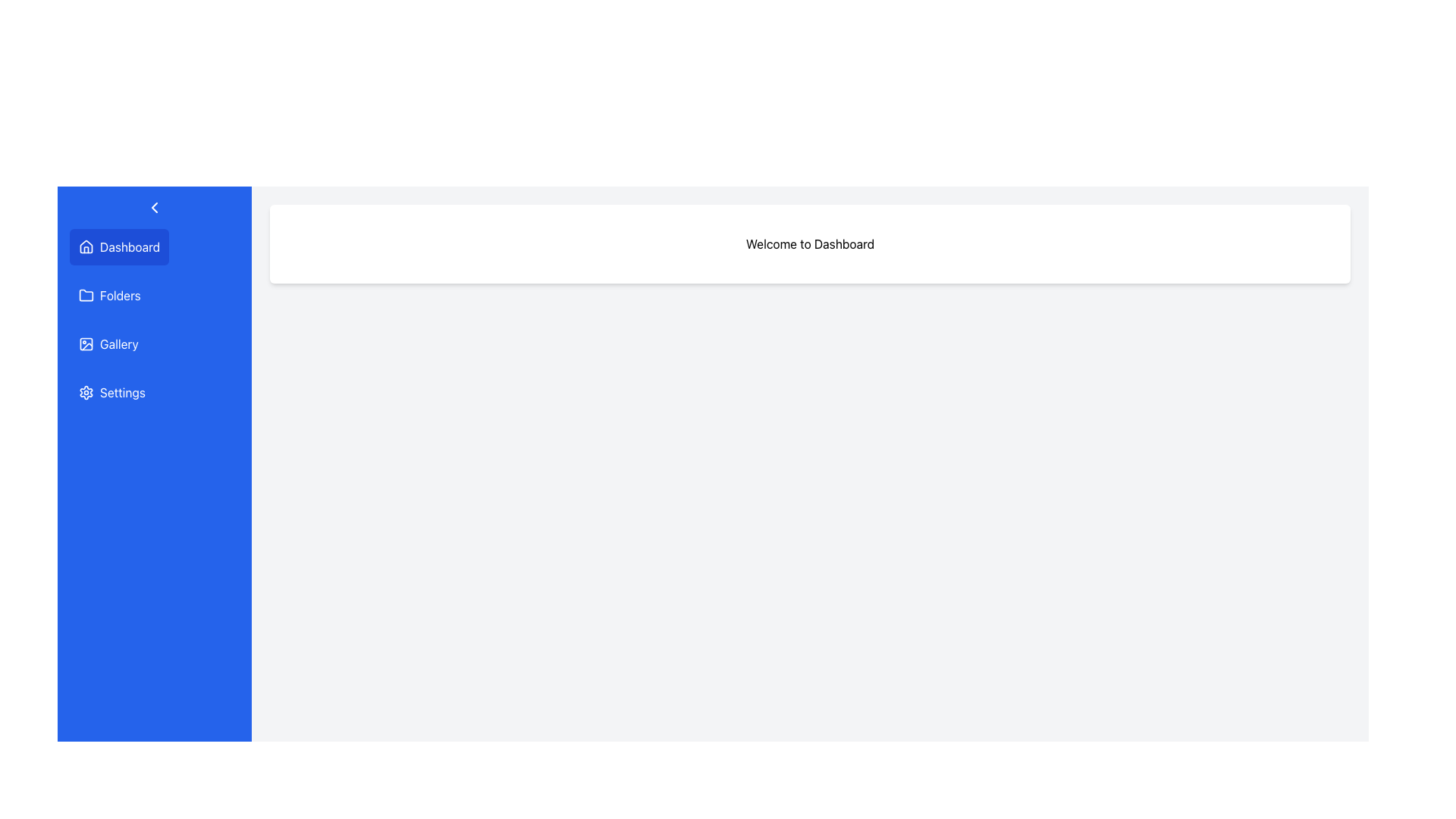 The width and height of the screenshot is (1456, 819). I want to click on the third option in the vertical navigation menu, which is the Button for navigating to the Gallery section, so click(108, 344).